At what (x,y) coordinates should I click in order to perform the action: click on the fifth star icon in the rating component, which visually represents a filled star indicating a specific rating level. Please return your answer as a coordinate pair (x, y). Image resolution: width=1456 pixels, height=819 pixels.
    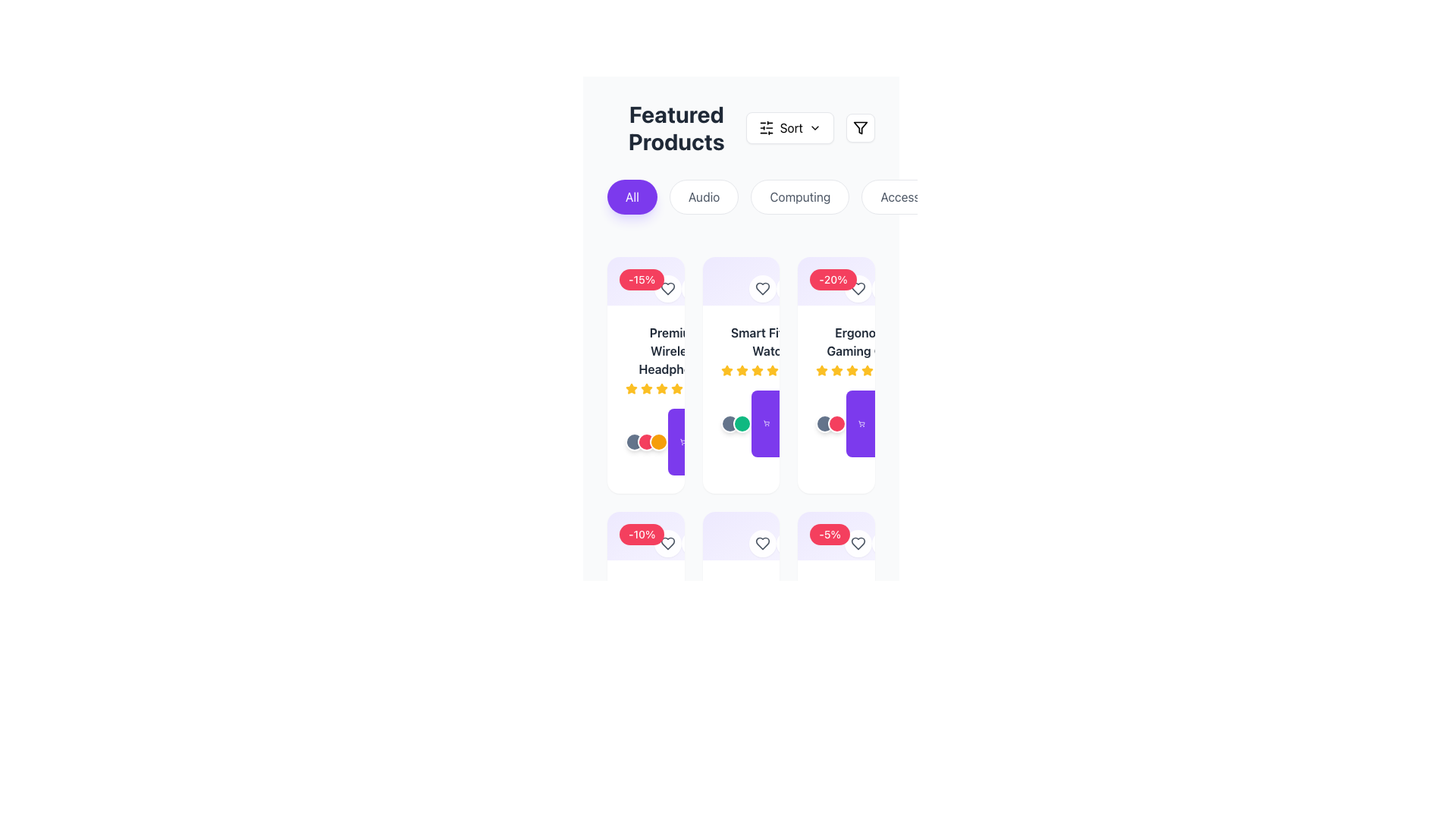
    Looking at the image, I should click on (868, 371).